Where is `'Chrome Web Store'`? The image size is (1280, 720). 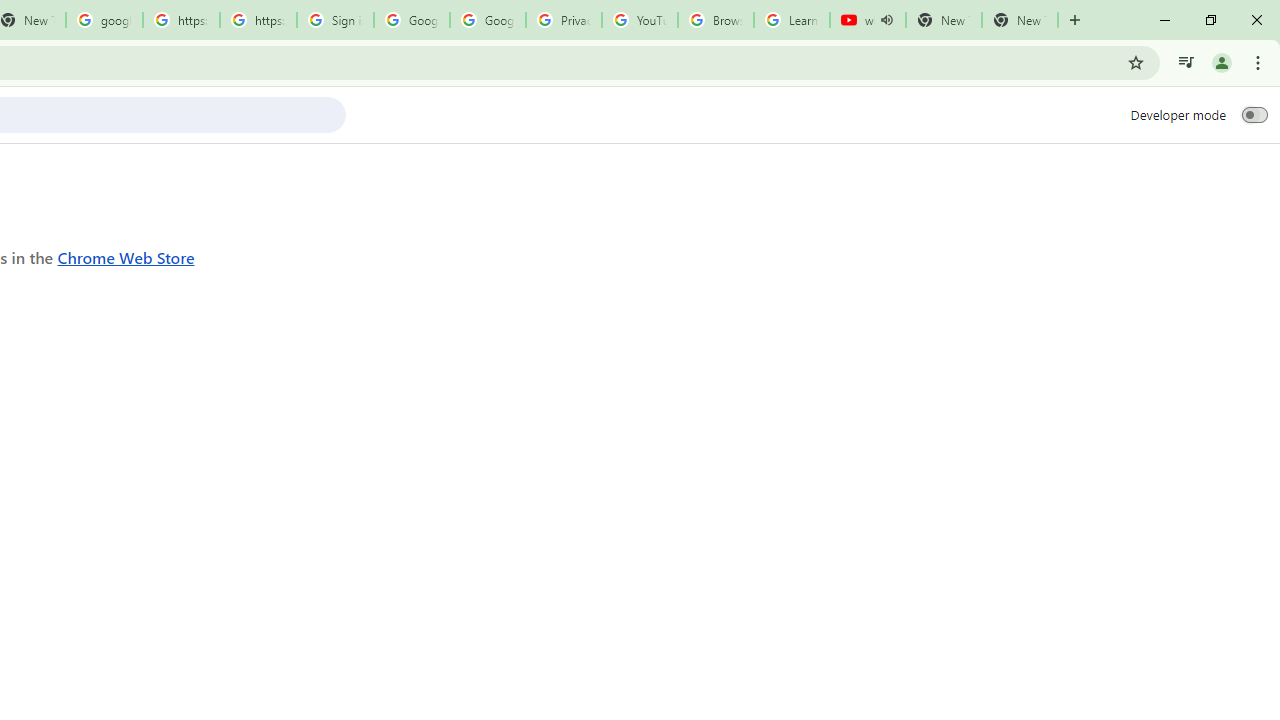 'Chrome Web Store' is located at coordinates (125, 256).